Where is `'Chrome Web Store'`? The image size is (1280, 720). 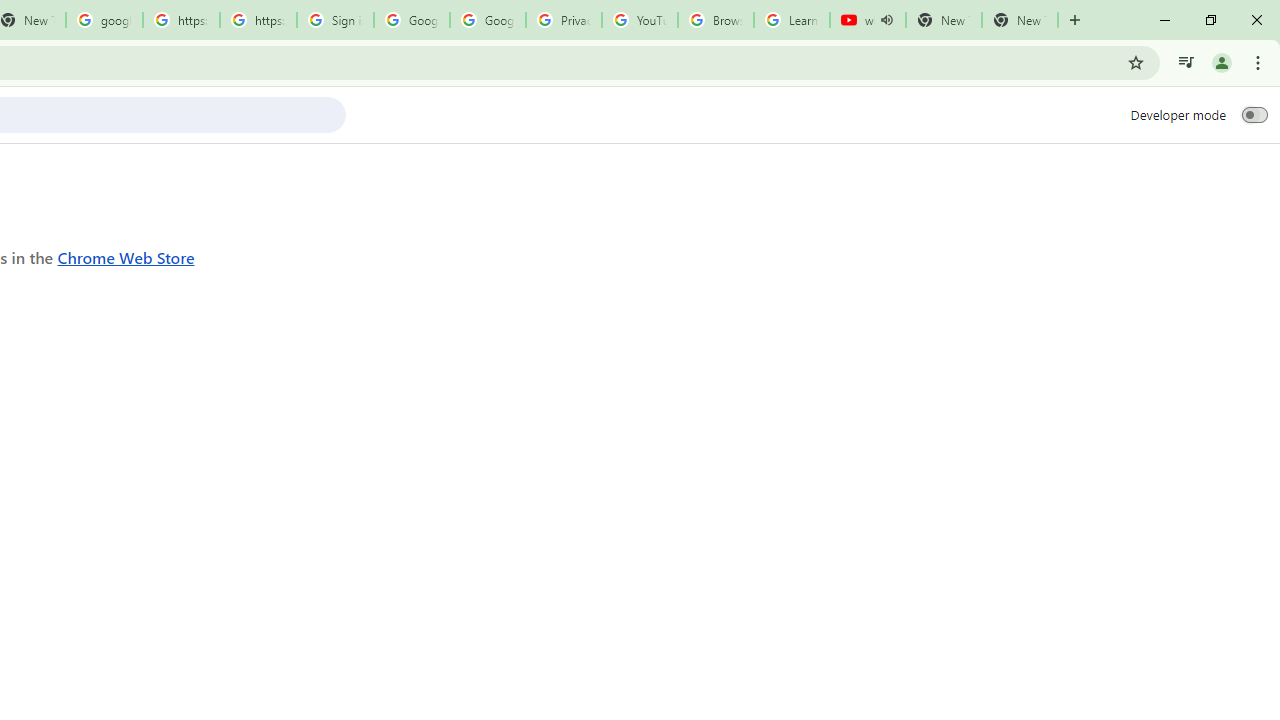 'Chrome Web Store' is located at coordinates (125, 256).